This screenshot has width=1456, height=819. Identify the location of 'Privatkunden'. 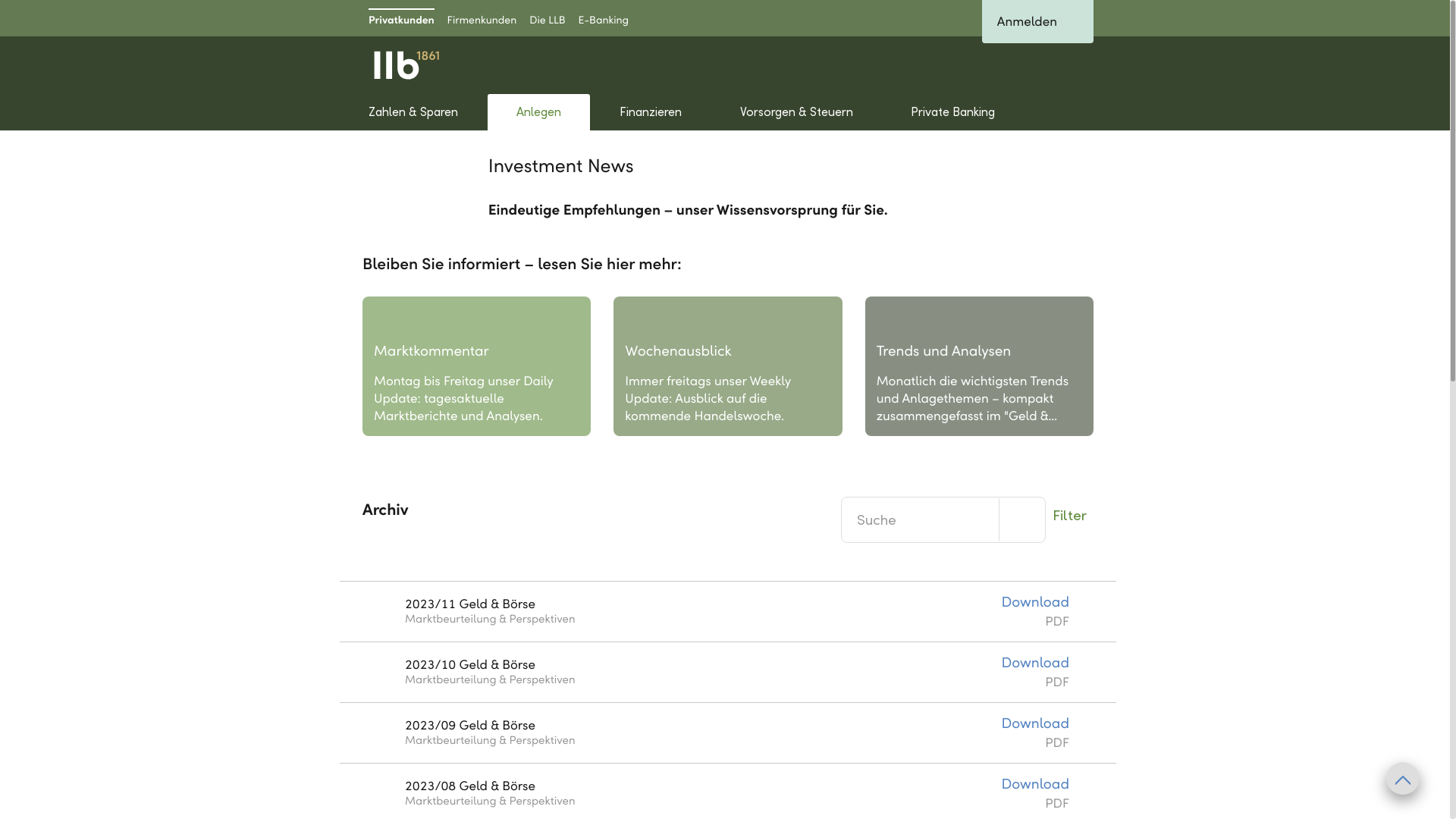
(401, 17).